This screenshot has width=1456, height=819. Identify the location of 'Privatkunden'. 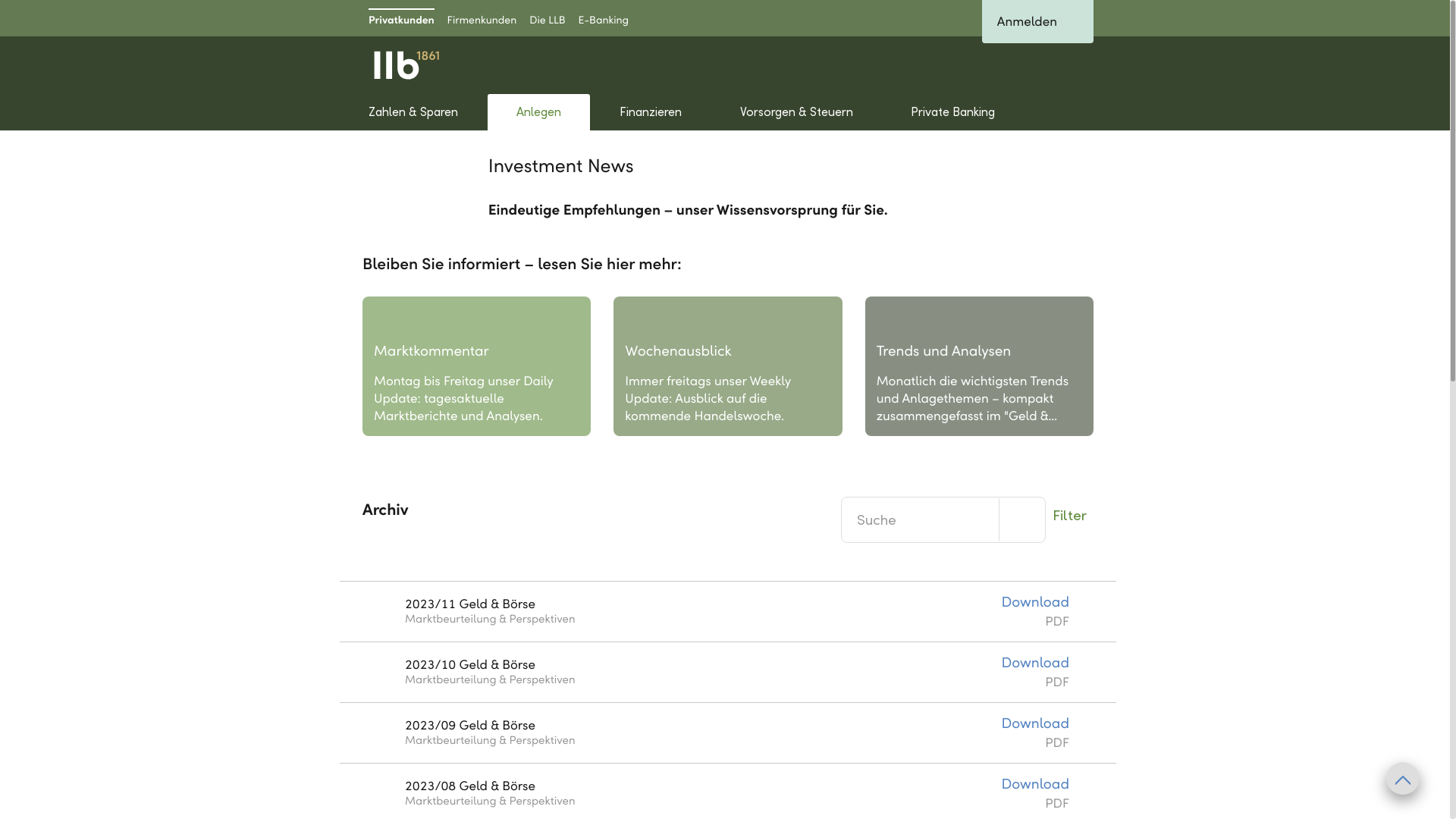
(401, 17).